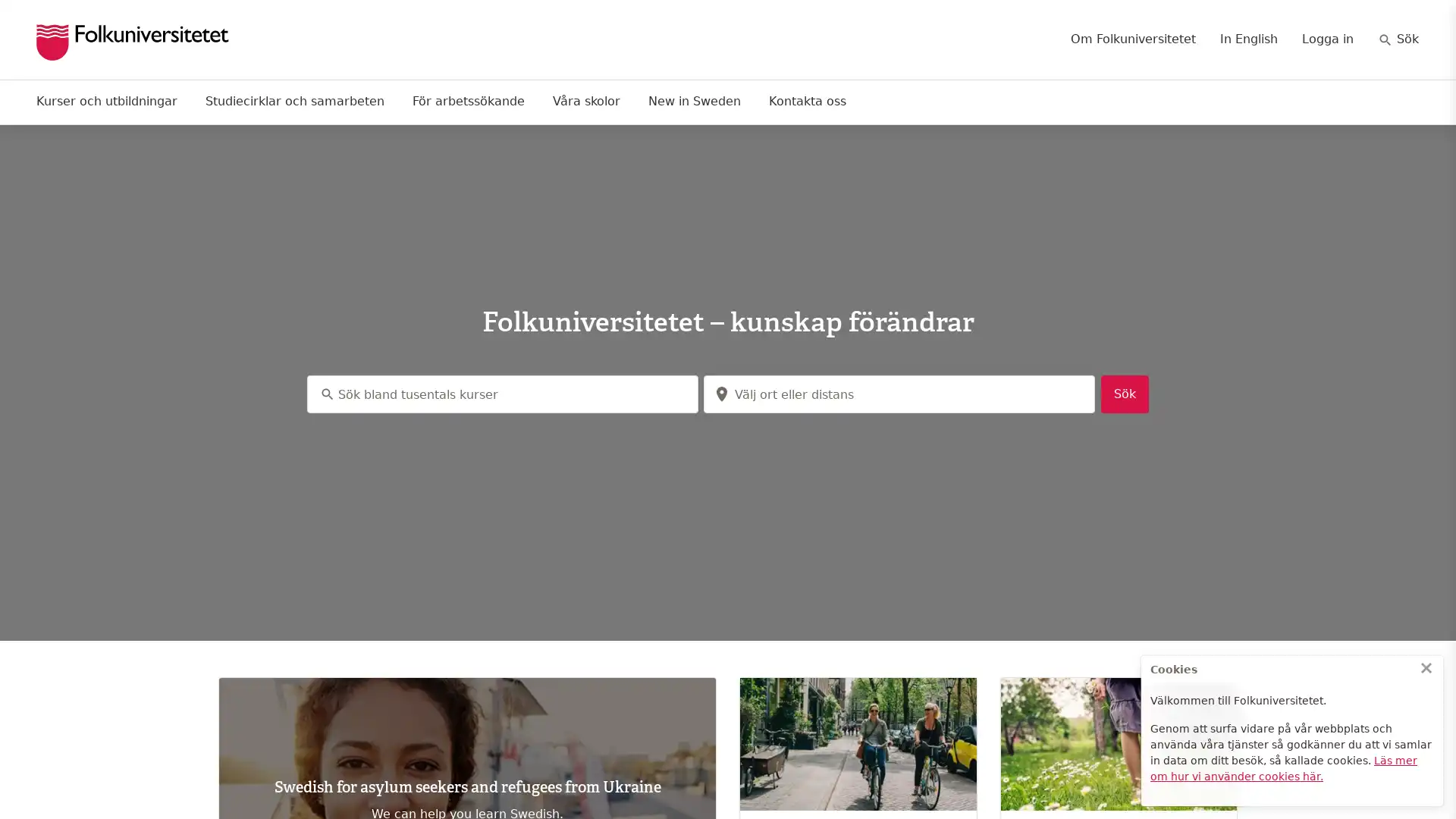 Image resolution: width=1456 pixels, height=819 pixels. I want to click on Rensa sokfalt, so click(679, 394).